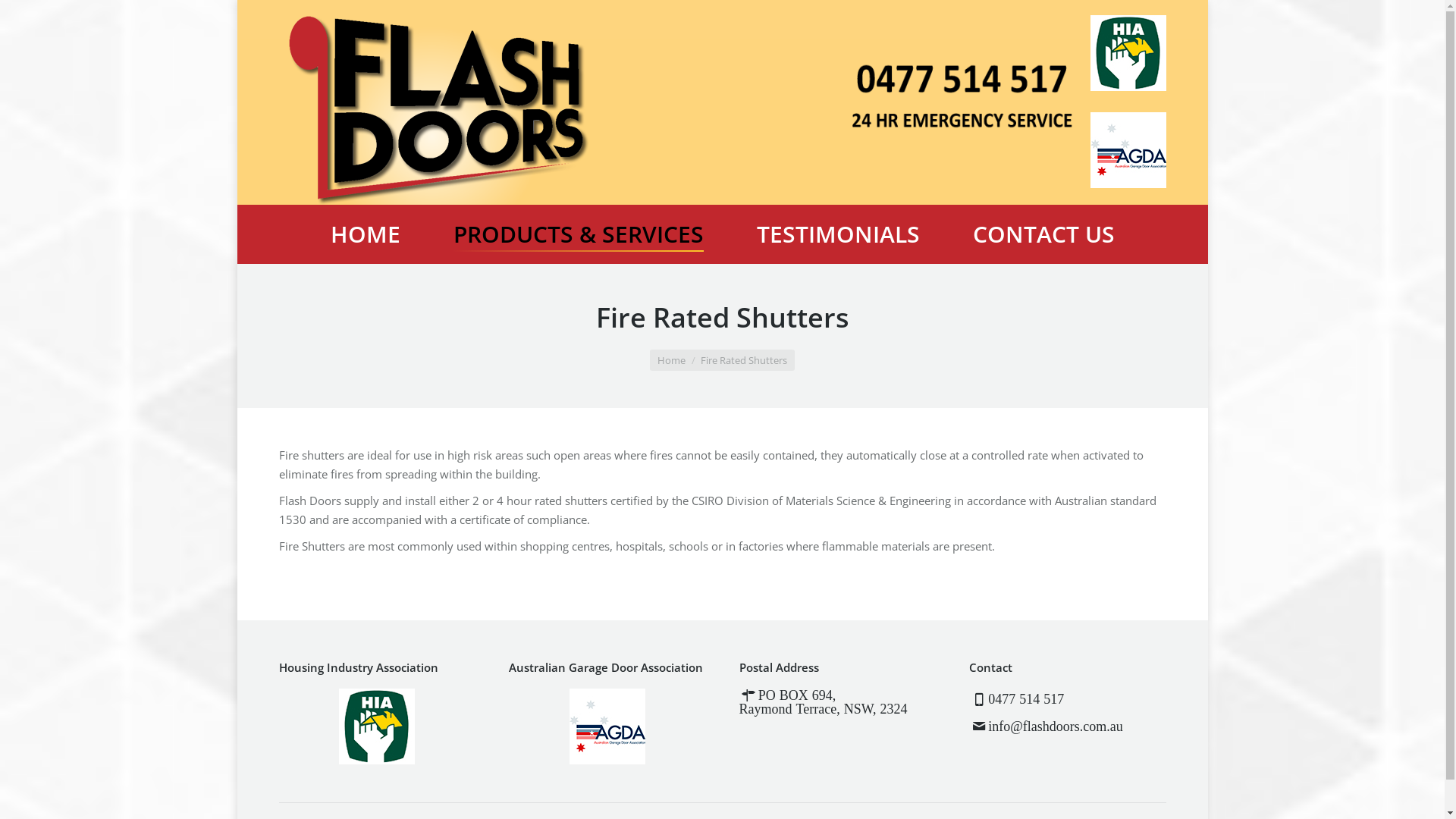  Describe the element at coordinates (1043, 234) in the screenshot. I see `'CONTACT US'` at that location.